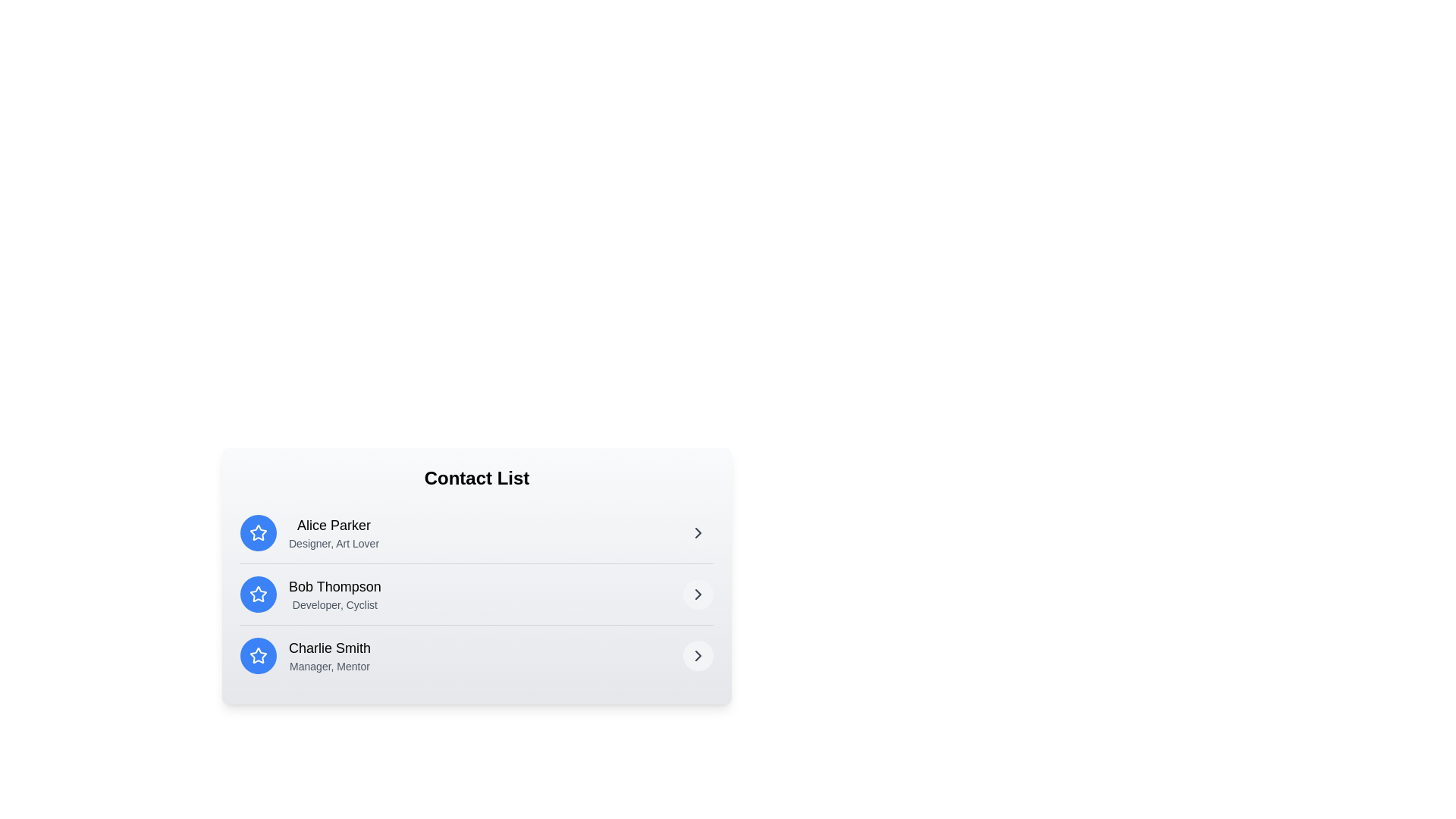 Image resolution: width=1456 pixels, height=819 pixels. Describe the element at coordinates (698, 654) in the screenshot. I see `the right arrow button for the contact Charlie Smith` at that location.